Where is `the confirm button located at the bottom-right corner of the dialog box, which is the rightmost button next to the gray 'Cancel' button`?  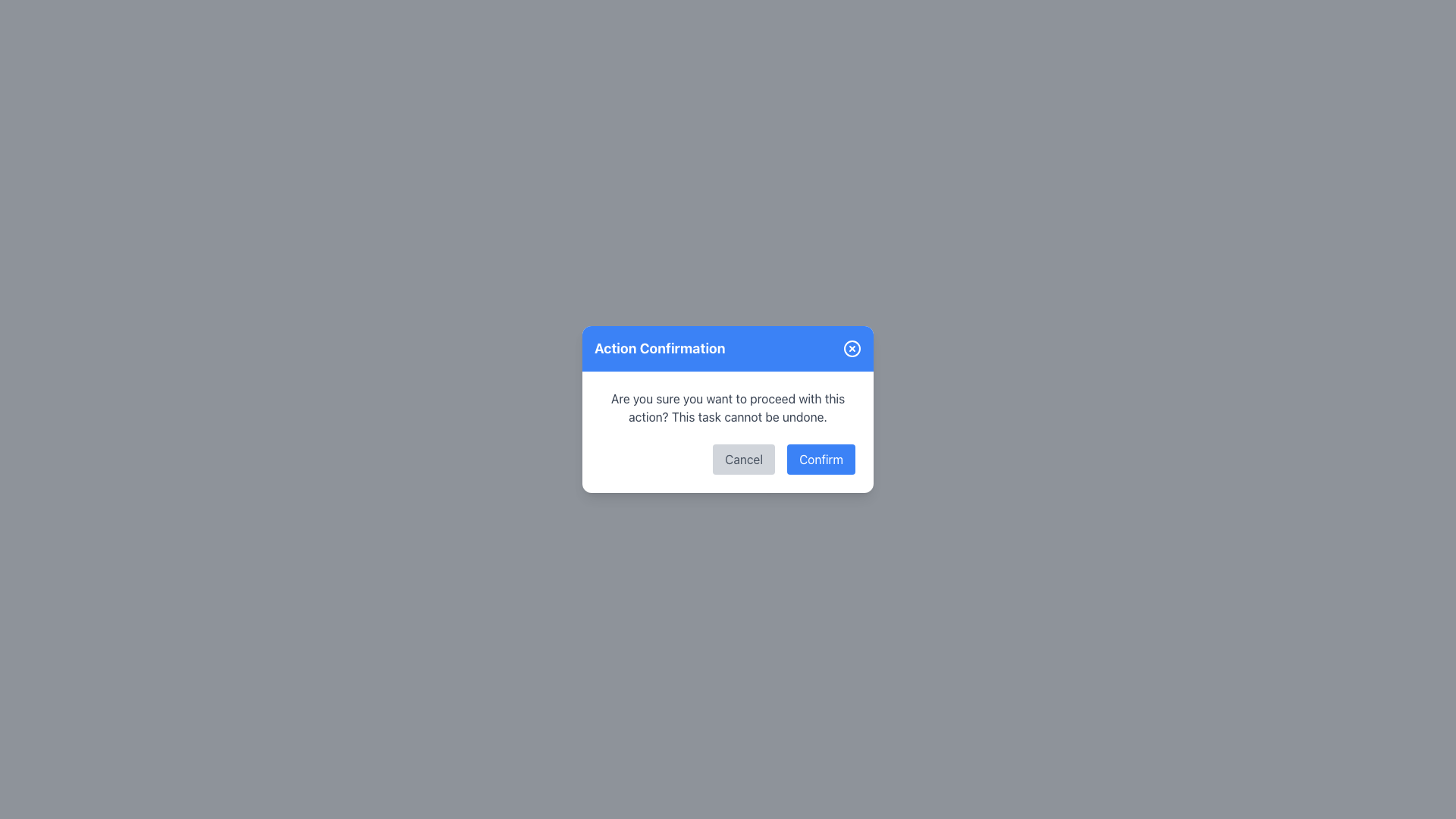
the confirm button located at the bottom-right corner of the dialog box, which is the rightmost button next to the gray 'Cancel' button is located at coordinates (821, 458).